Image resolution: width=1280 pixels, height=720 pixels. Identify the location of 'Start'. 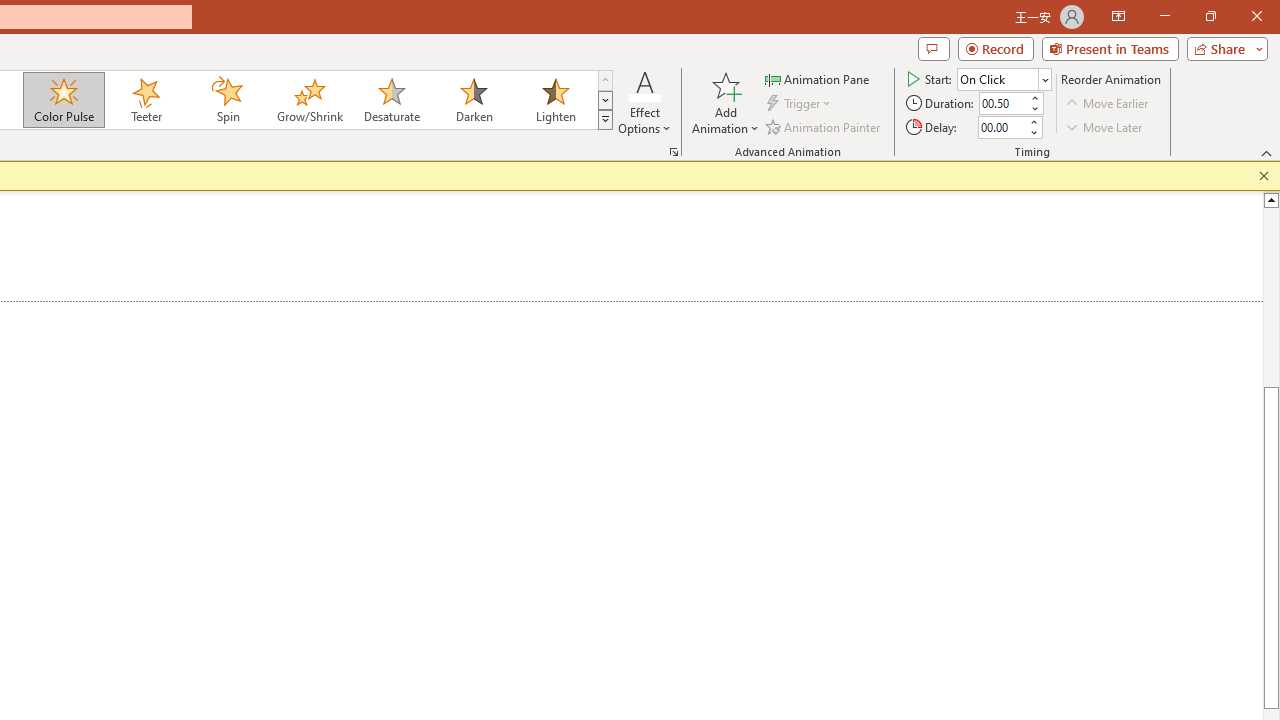
(1004, 78).